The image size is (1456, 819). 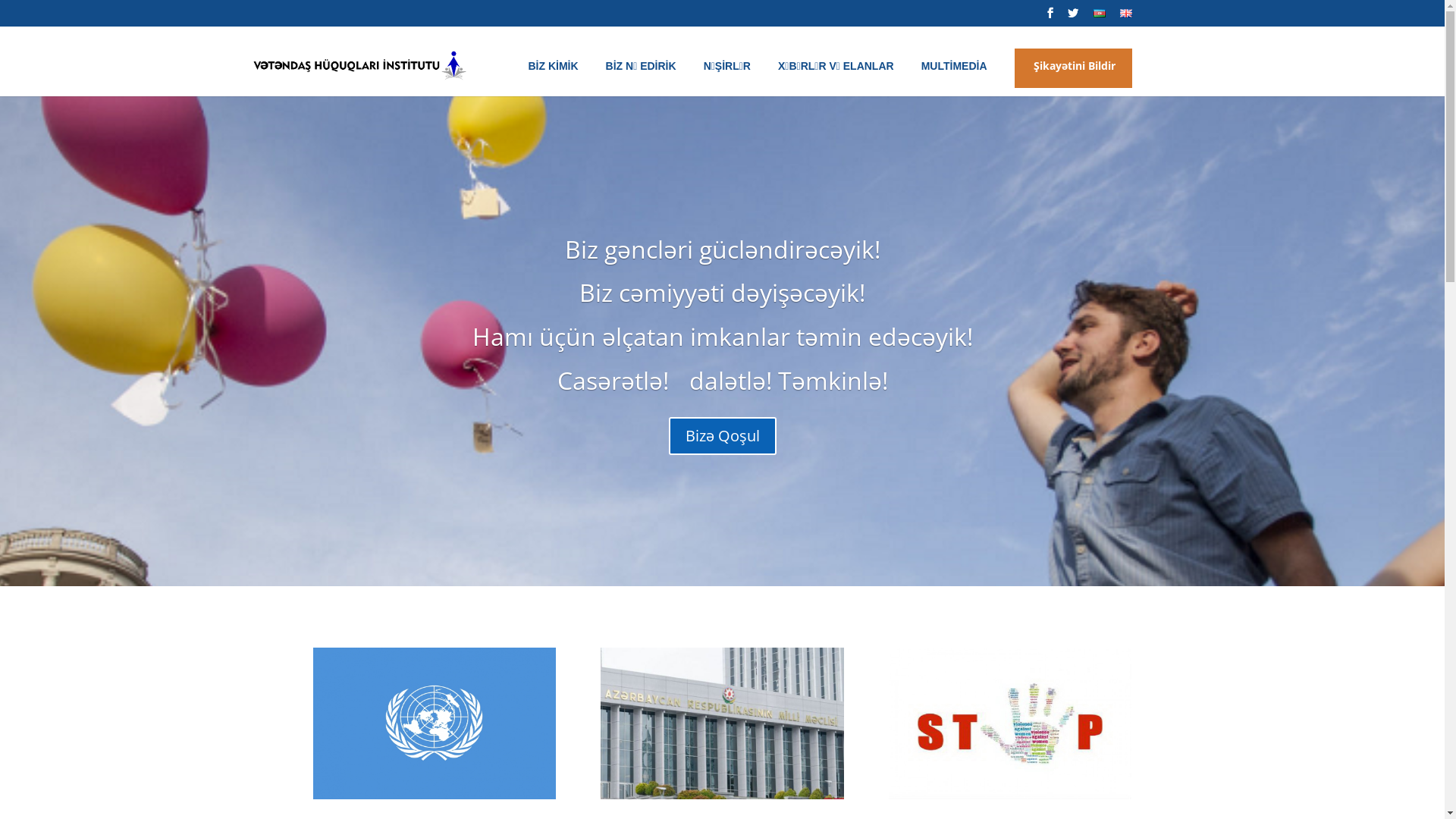 What do you see at coordinates (528, 78) in the screenshot?
I see `'BIZ KIMIK'` at bounding box center [528, 78].